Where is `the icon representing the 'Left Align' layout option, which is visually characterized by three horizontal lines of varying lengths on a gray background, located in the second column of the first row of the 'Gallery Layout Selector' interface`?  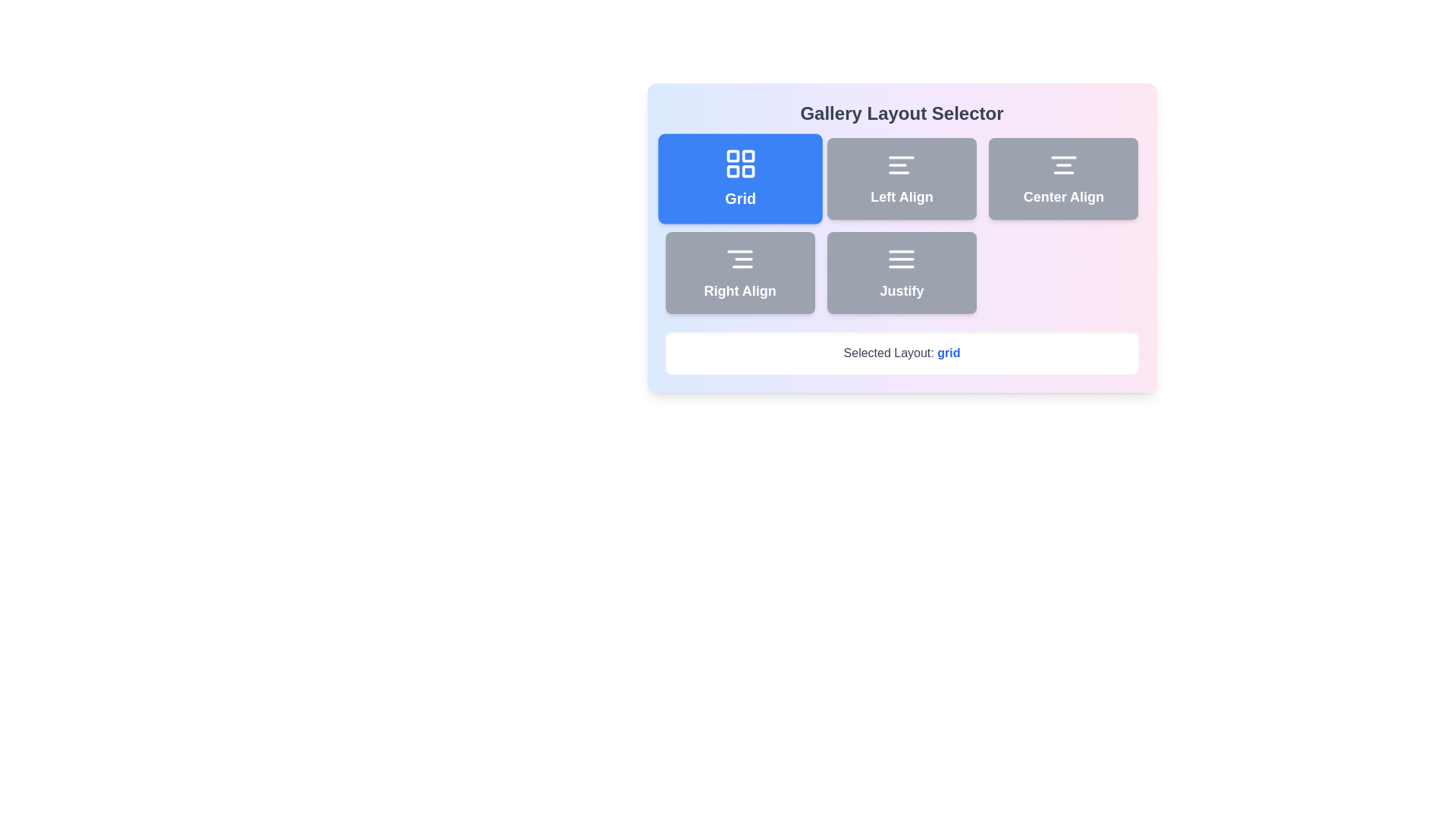
the icon representing the 'Left Align' layout option, which is visually characterized by three horizontal lines of varying lengths on a gray background, located in the second column of the first row of the 'Gallery Layout Selector' interface is located at coordinates (902, 165).